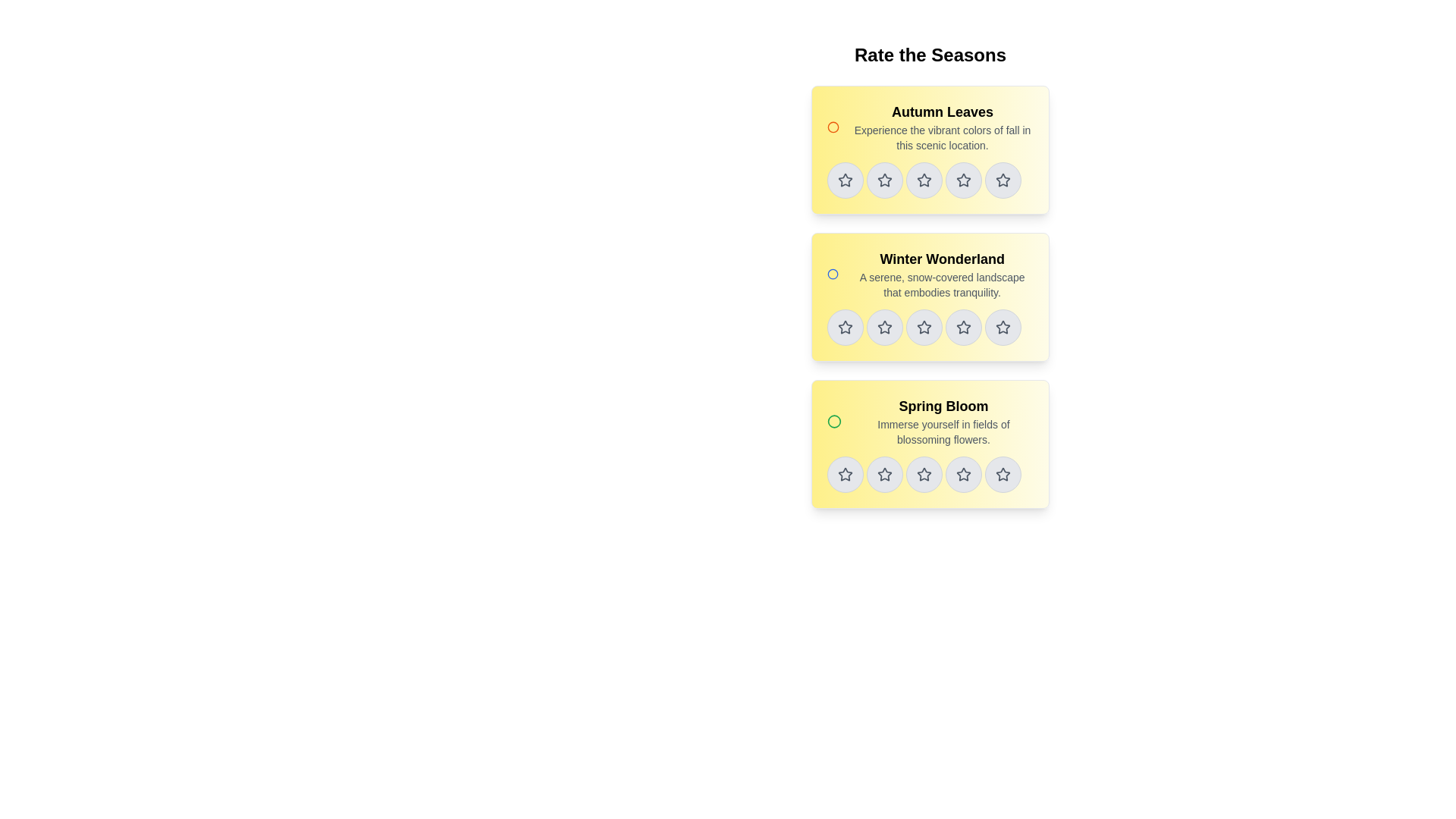  I want to click on the second star button from the left in the 'Autumn Leaves' rating section, so click(884, 180).